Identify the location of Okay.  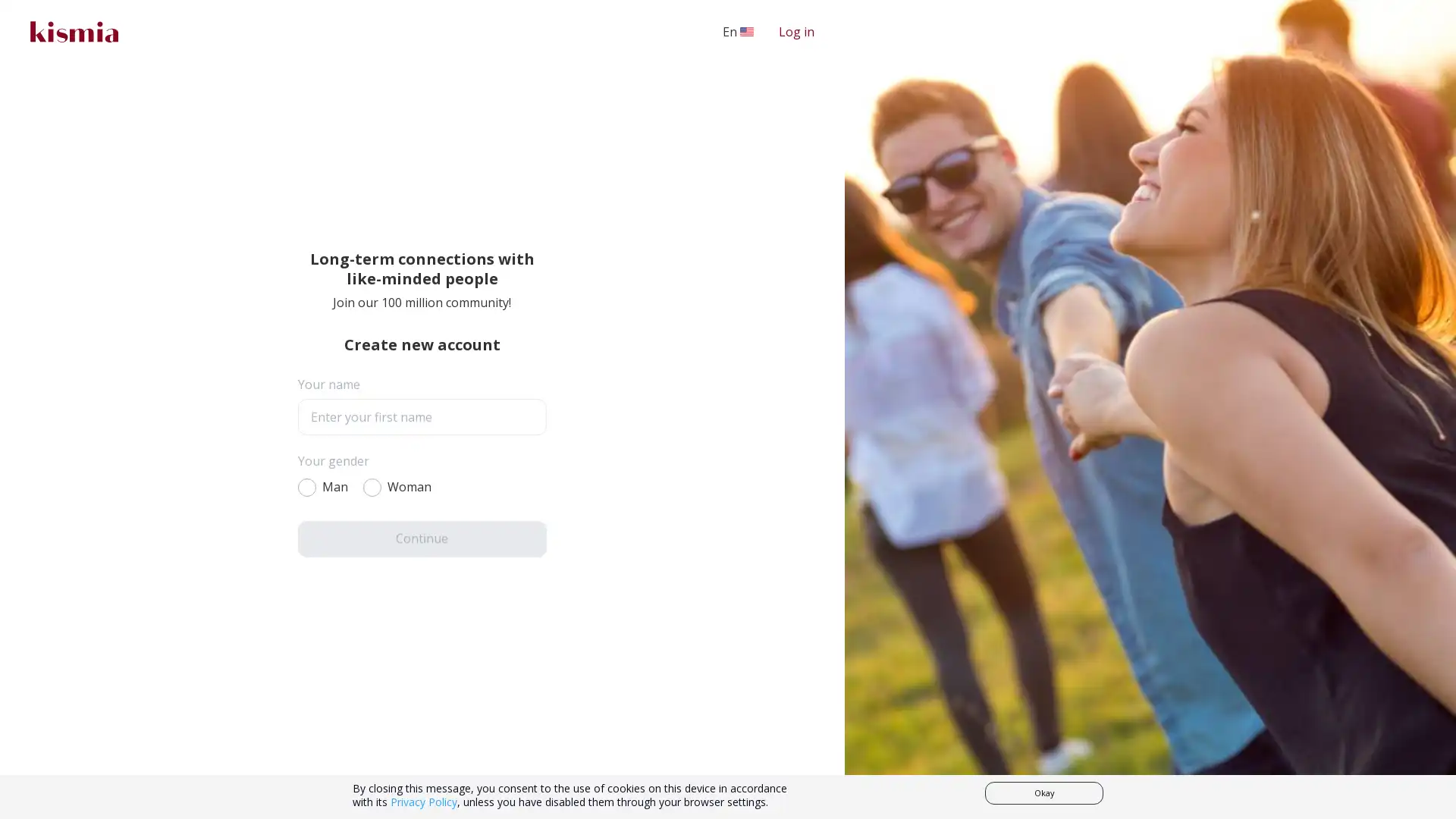
(1043, 792).